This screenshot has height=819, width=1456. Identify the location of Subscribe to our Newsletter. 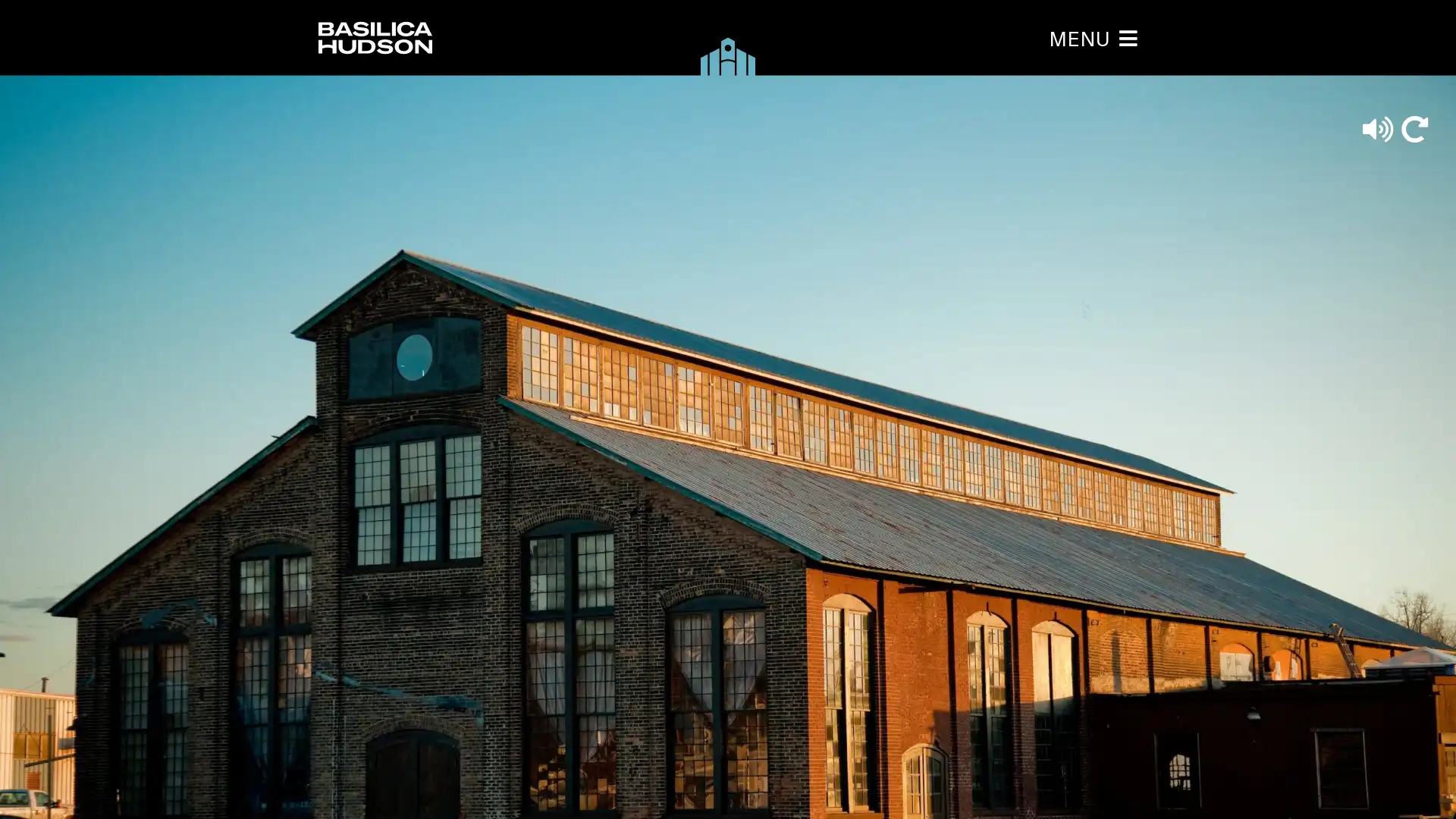
(698, 406).